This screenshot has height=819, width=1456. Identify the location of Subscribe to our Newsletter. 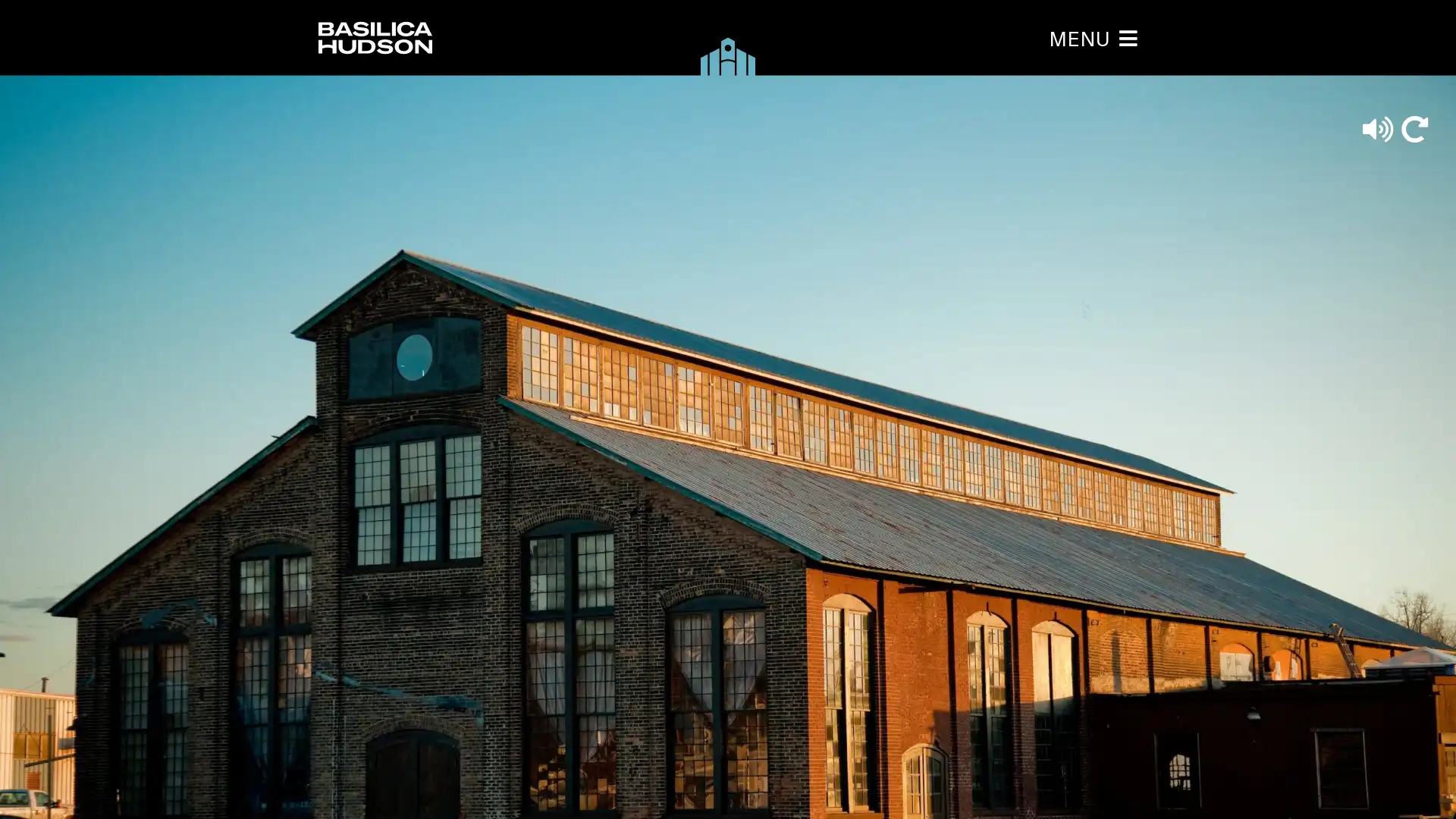
(698, 406).